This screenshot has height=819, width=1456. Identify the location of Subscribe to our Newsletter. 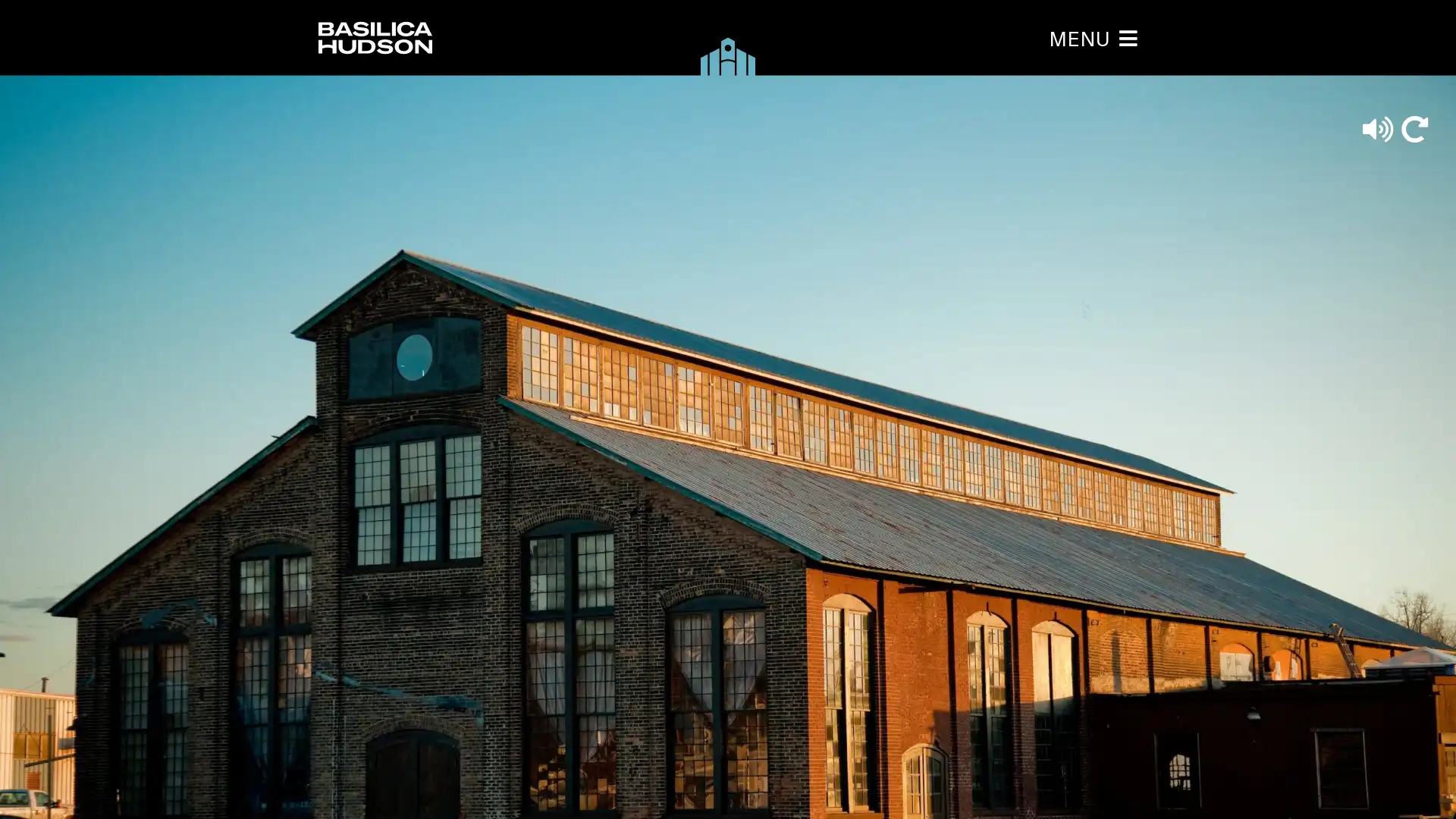
(698, 406).